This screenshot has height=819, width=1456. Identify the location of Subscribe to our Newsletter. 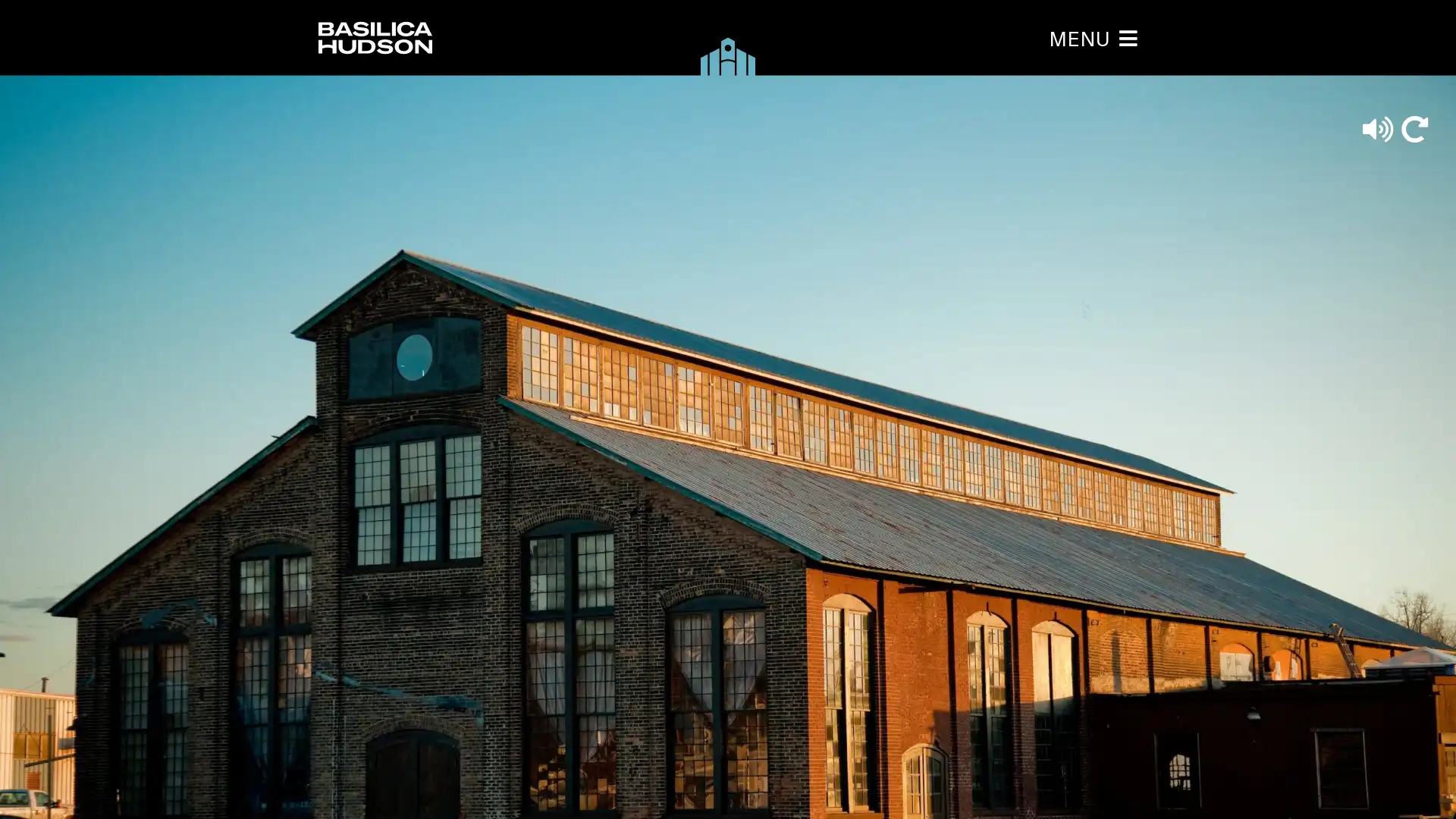
(698, 406).